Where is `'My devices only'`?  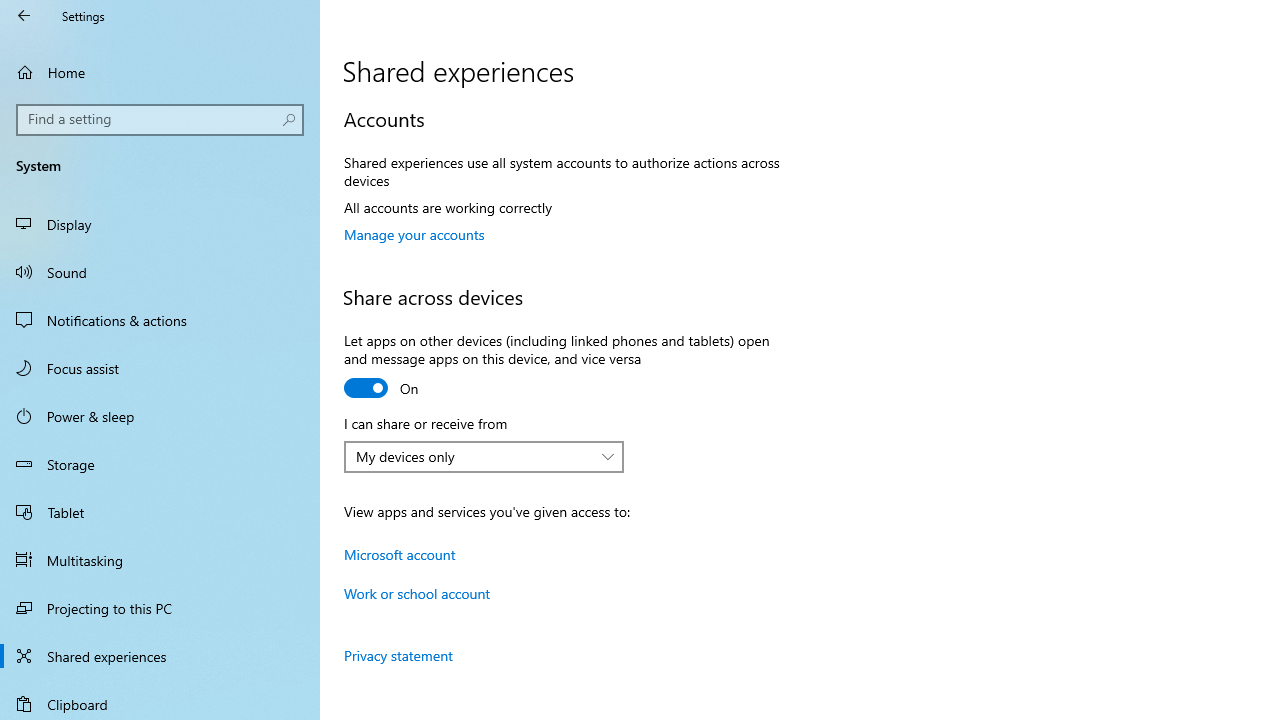 'My devices only' is located at coordinates (472, 456).